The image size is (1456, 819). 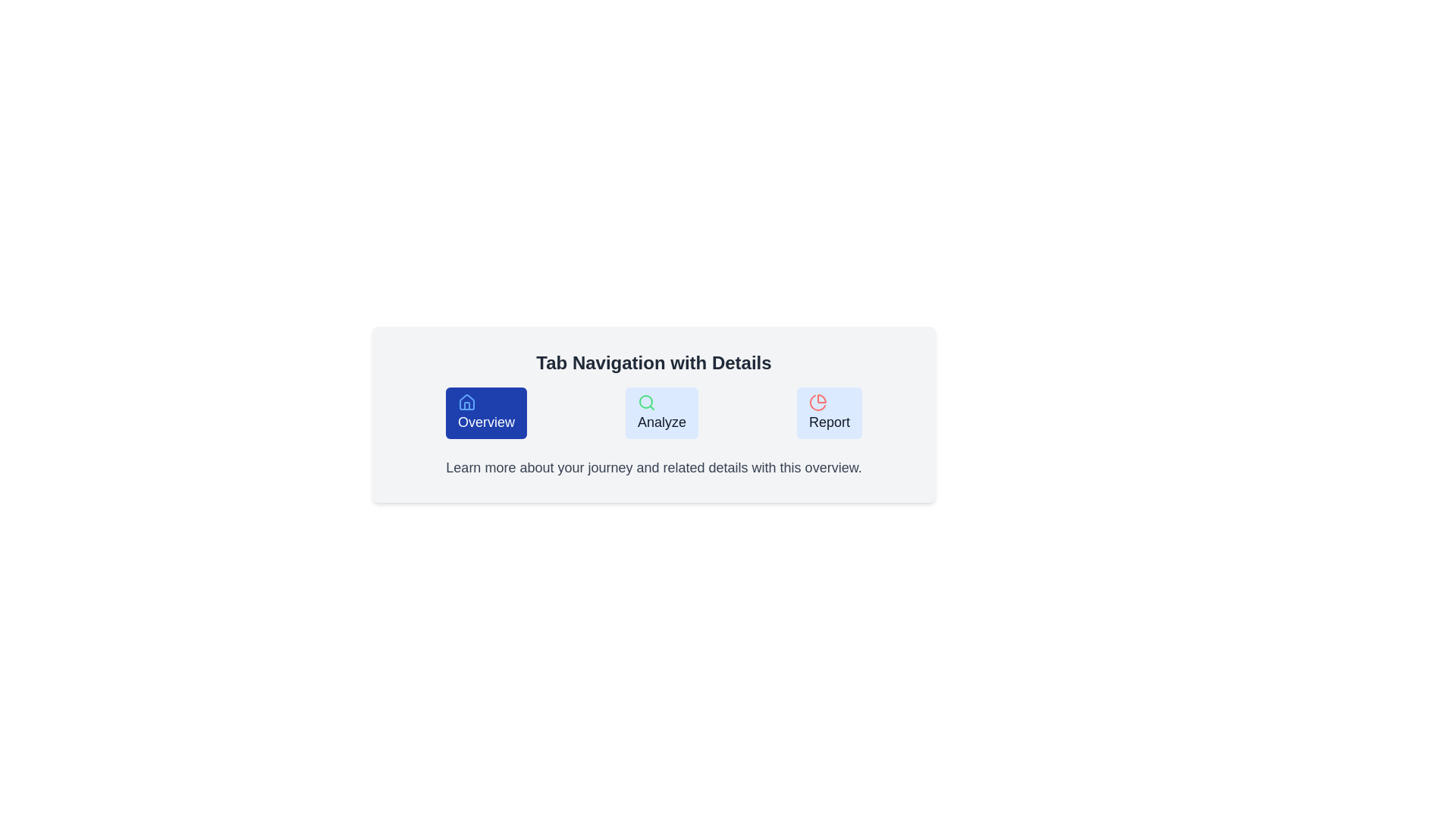 I want to click on the Analyze tab, so click(x=662, y=413).